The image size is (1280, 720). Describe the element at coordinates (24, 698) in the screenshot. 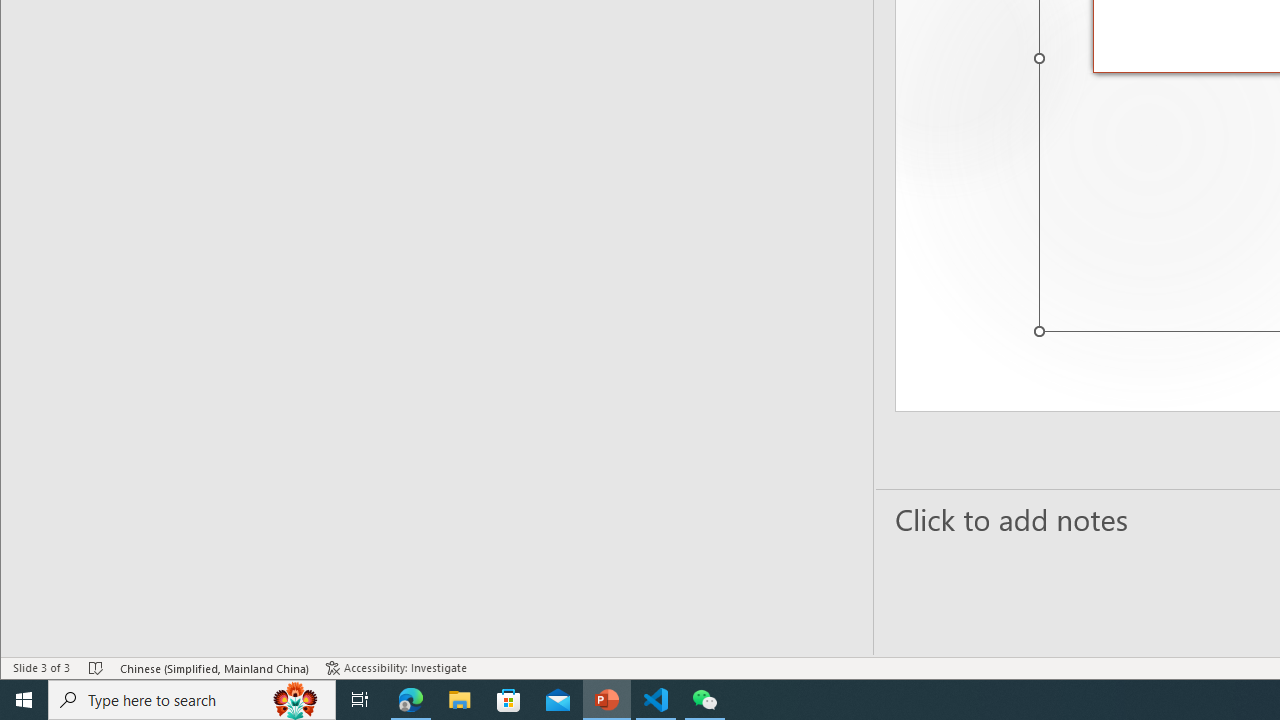

I see `'Start'` at that location.